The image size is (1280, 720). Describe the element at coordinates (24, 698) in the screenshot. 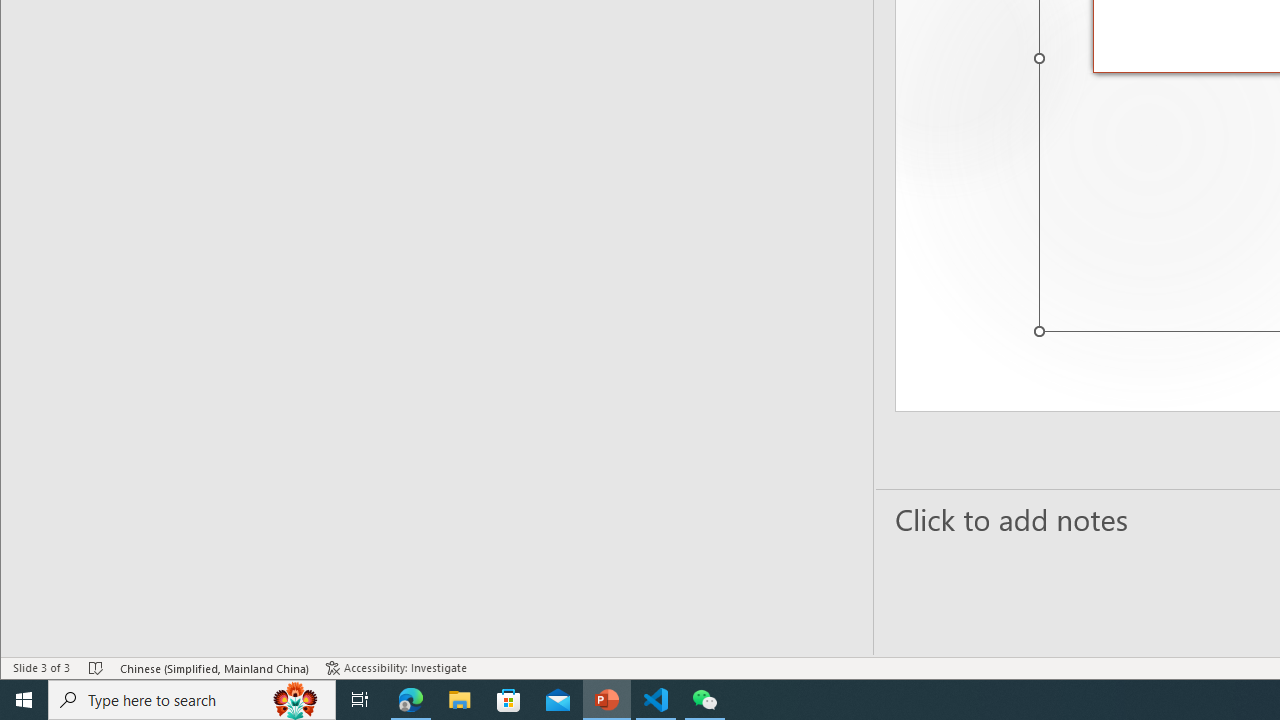

I see `'Start'` at that location.